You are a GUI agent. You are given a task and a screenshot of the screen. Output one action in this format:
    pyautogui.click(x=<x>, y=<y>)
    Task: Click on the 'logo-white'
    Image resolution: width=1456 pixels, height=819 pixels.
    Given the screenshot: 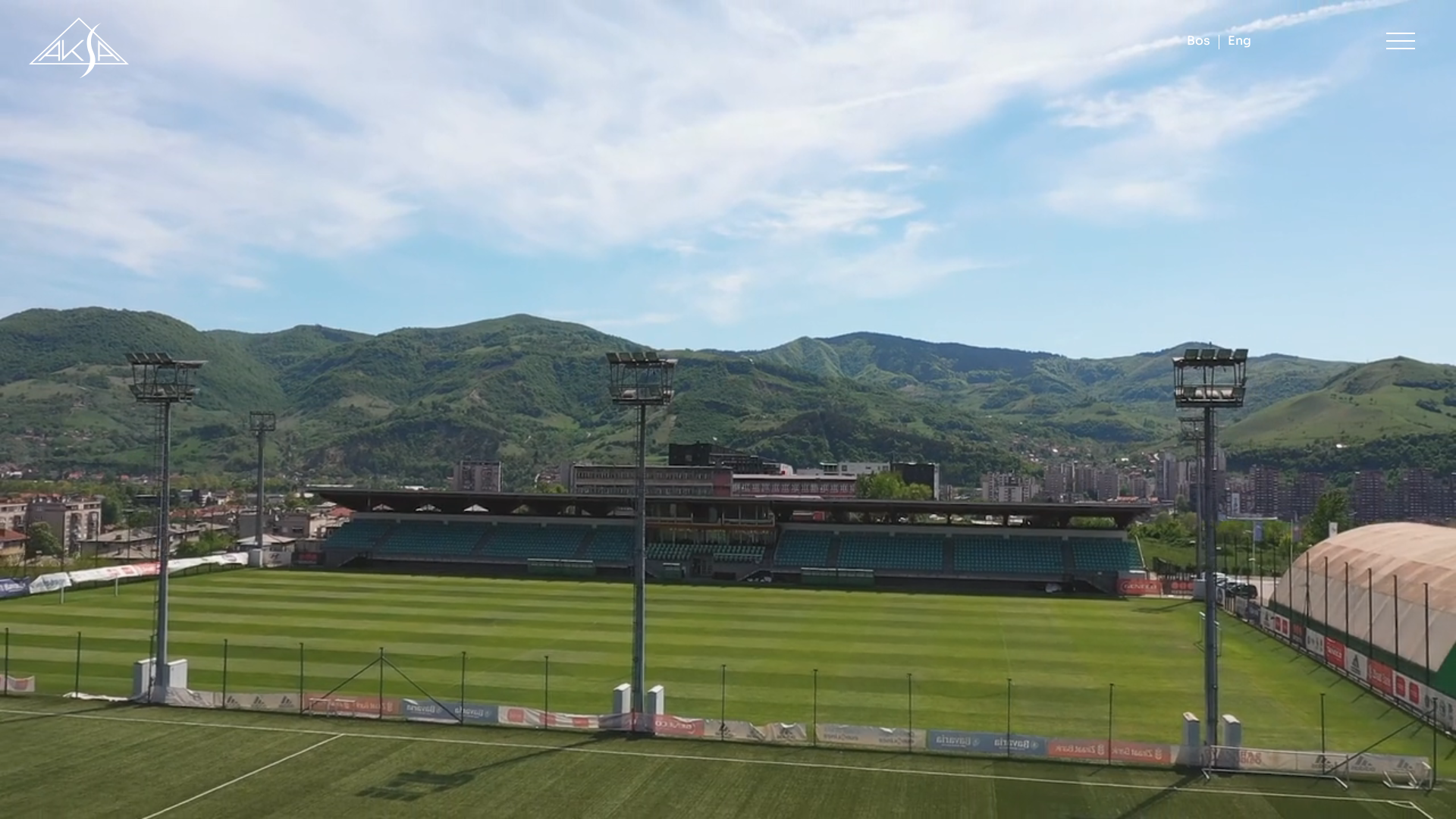 What is the action you would take?
    pyautogui.click(x=77, y=45)
    